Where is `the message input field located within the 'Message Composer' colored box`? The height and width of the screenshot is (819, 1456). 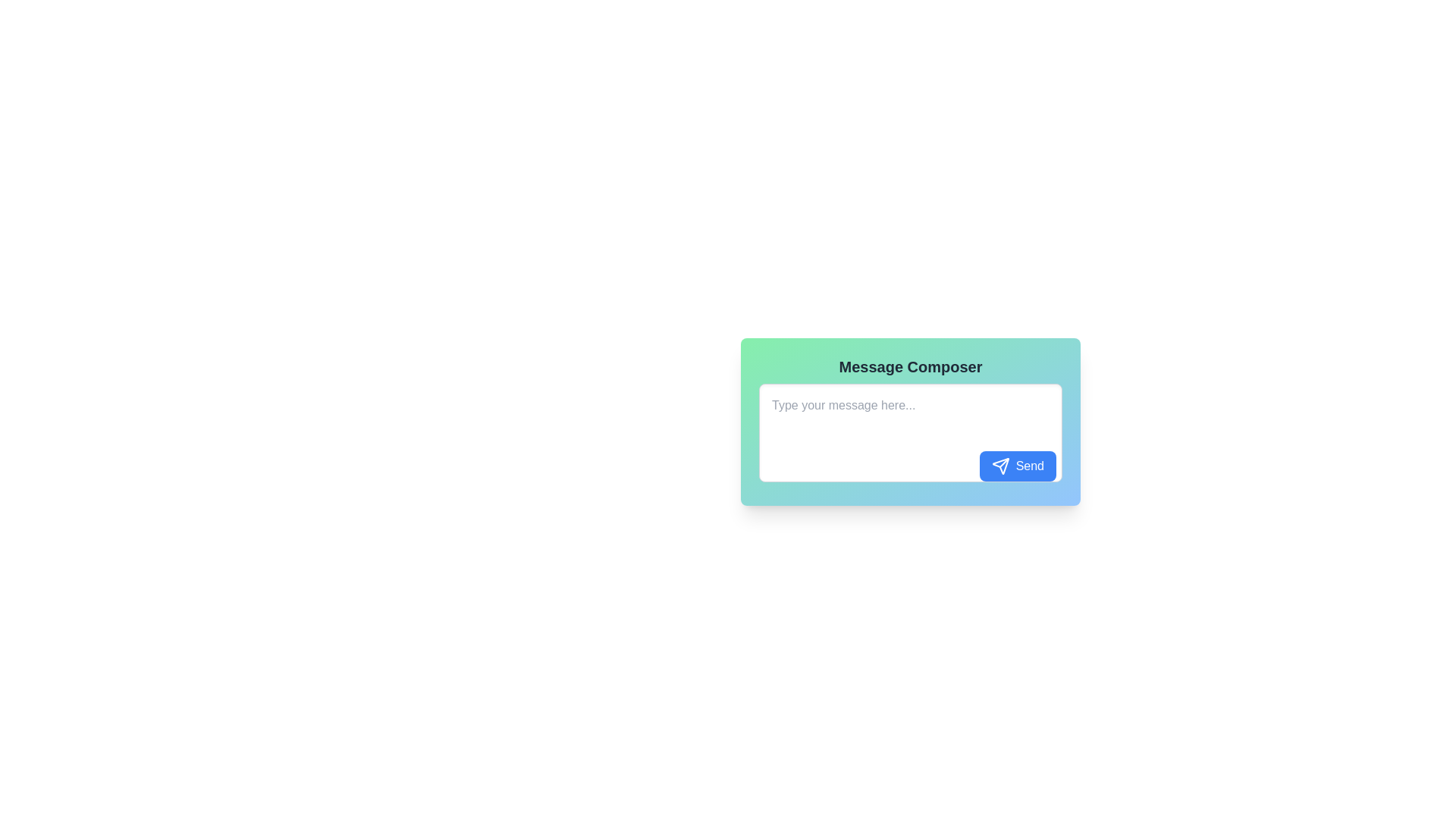
the message input field located within the 'Message Composer' colored box is located at coordinates (910, 435).